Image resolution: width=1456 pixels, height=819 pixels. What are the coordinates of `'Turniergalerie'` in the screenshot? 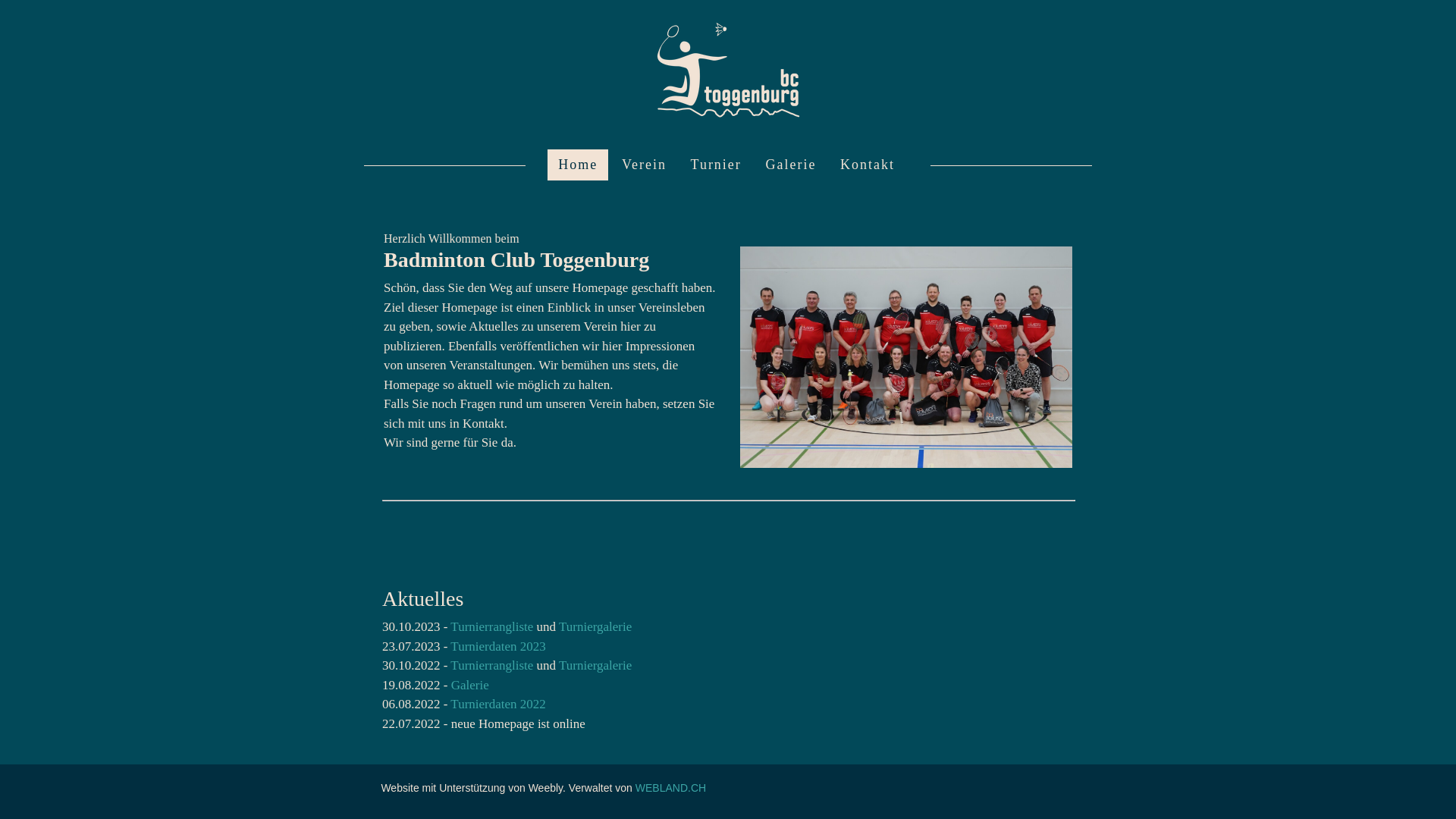 It's located at (595, 626).